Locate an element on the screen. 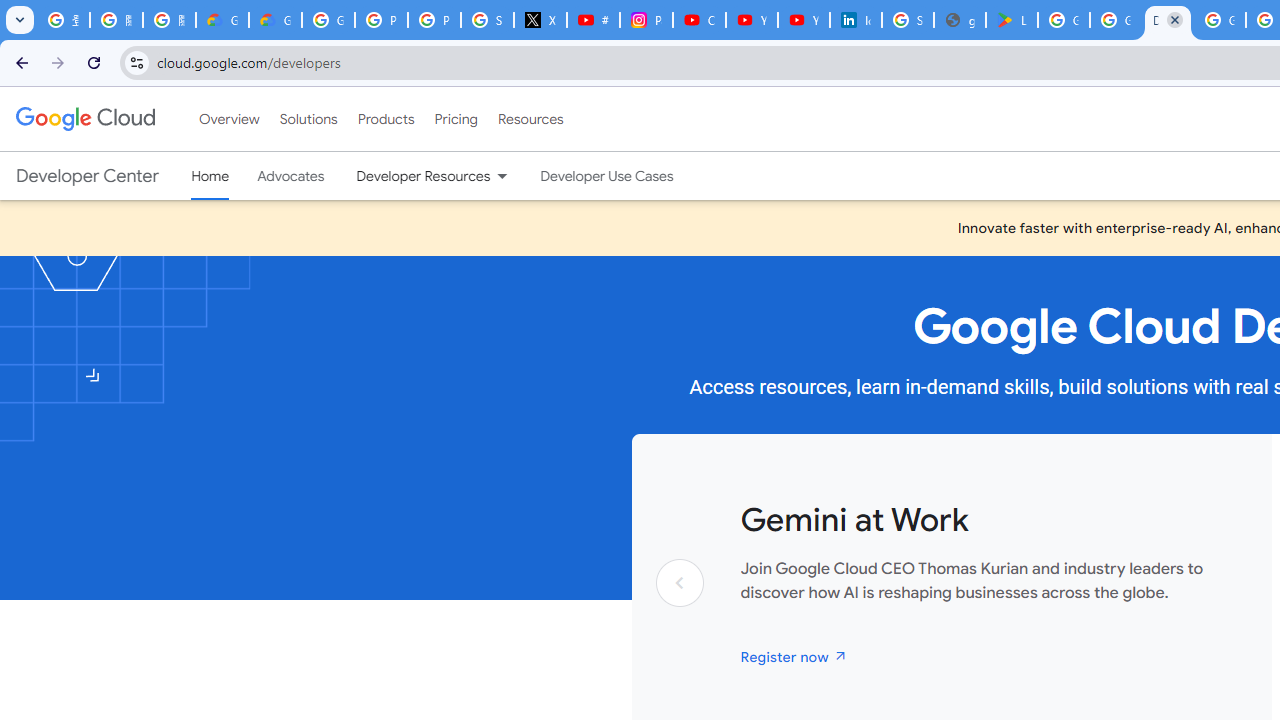 Image resolution: width=1280 pixels, height=720 pixels. 'Sign in - Google Accounts' is located at coordinates (487, 20).